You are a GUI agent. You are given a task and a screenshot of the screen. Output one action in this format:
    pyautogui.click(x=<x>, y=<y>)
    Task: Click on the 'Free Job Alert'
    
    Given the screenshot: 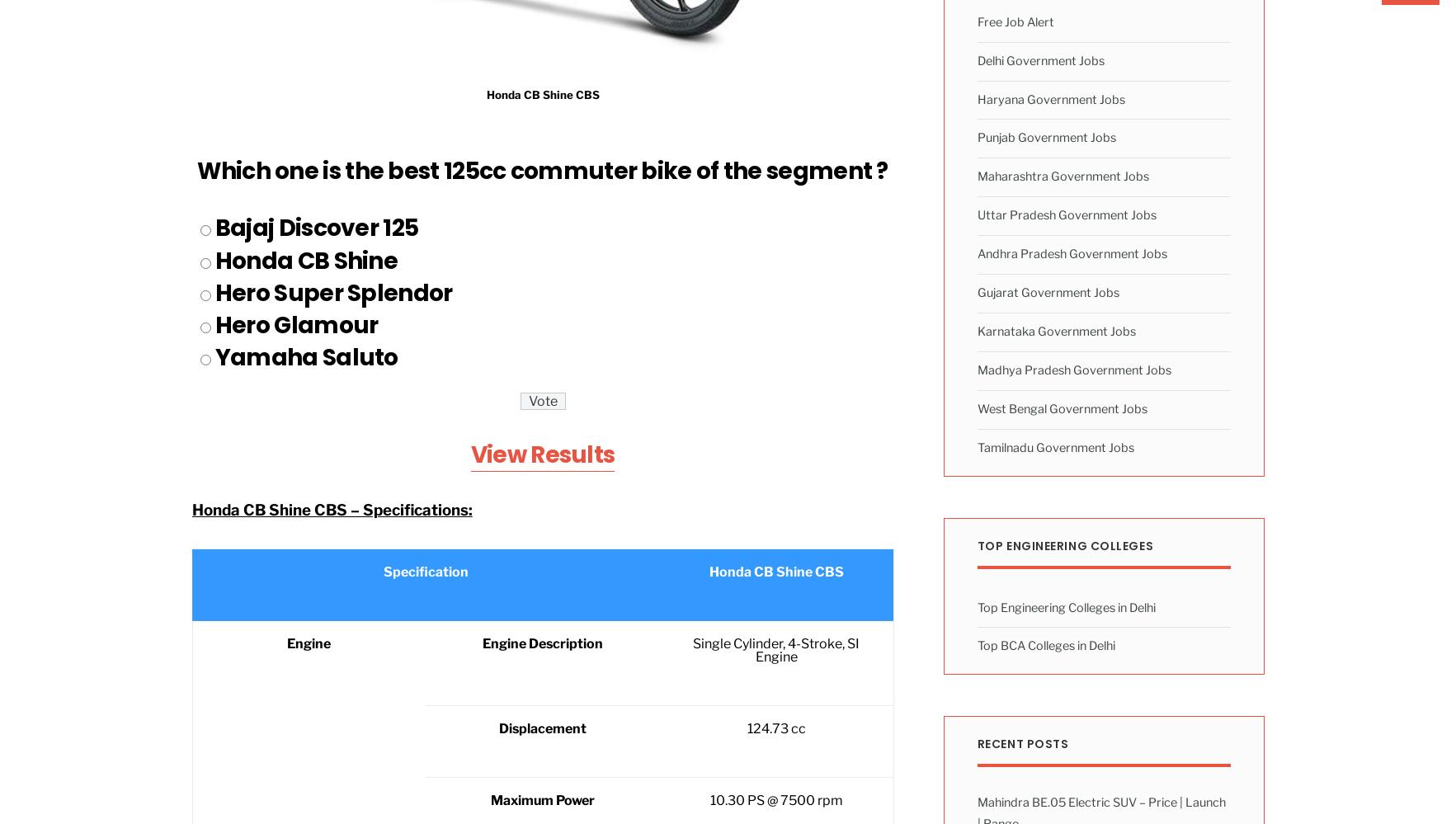 What is the action you would take?
    pyautogui.click(x=1015, y=21)
    